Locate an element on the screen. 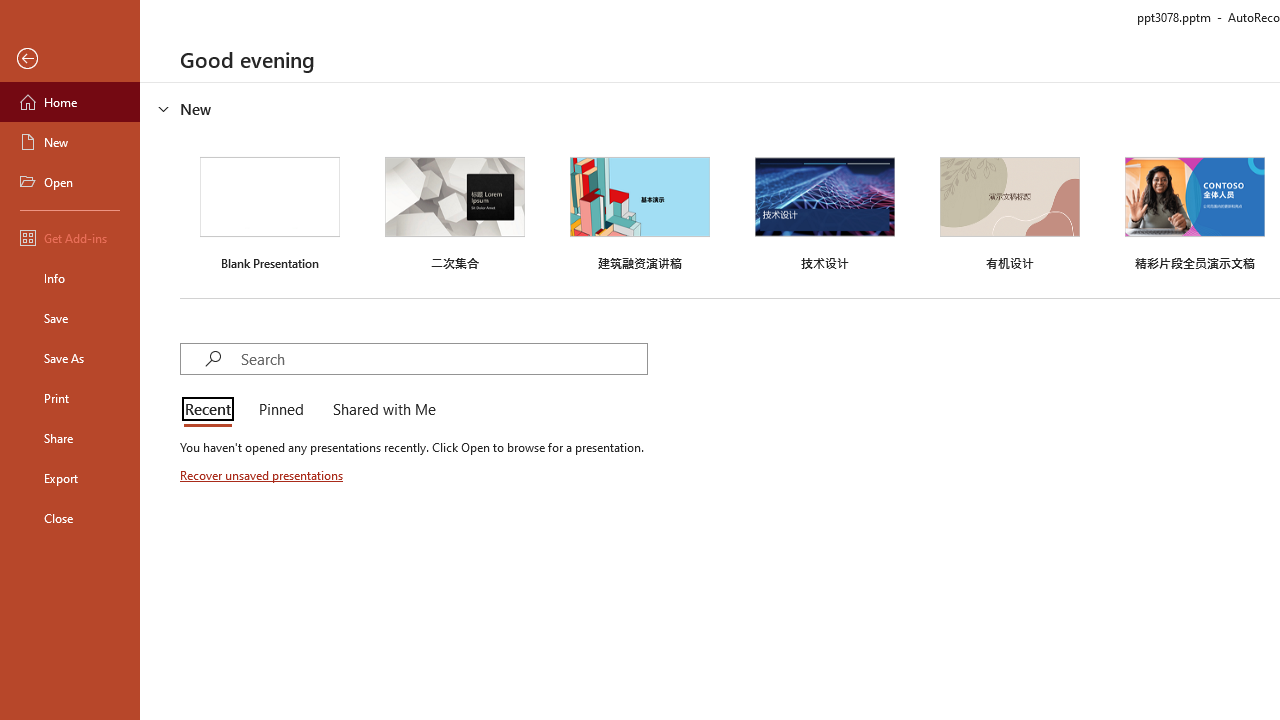 Image resolution: width=1280 pixels, height=720 pixels. 'Hide or show region' is located at coordinates (164, 109).